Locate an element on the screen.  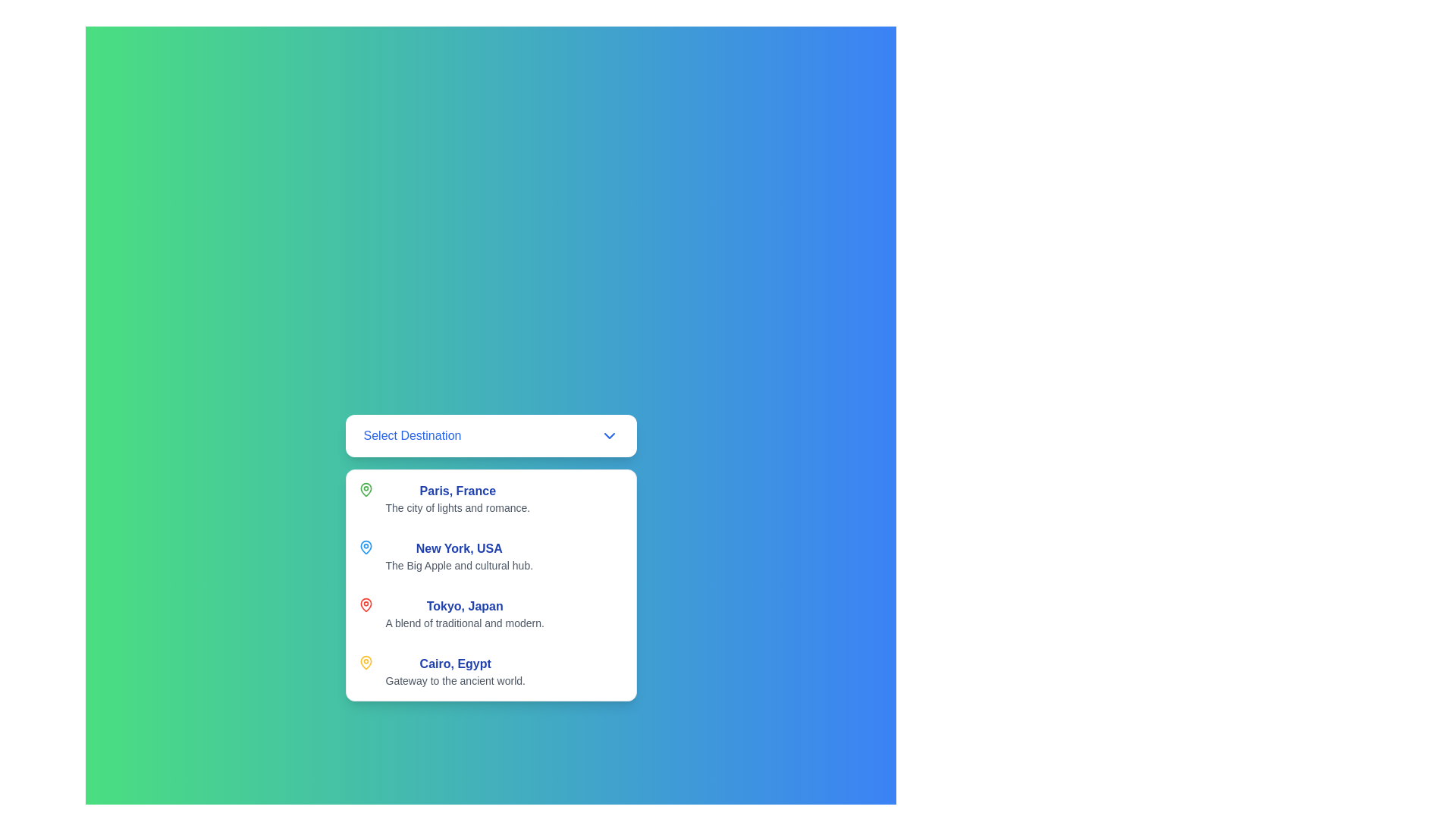
the geographical location marker icon associated with 'Tokyo, Japan' by moving the cursor to its center point is located at coordinates (366, 604).